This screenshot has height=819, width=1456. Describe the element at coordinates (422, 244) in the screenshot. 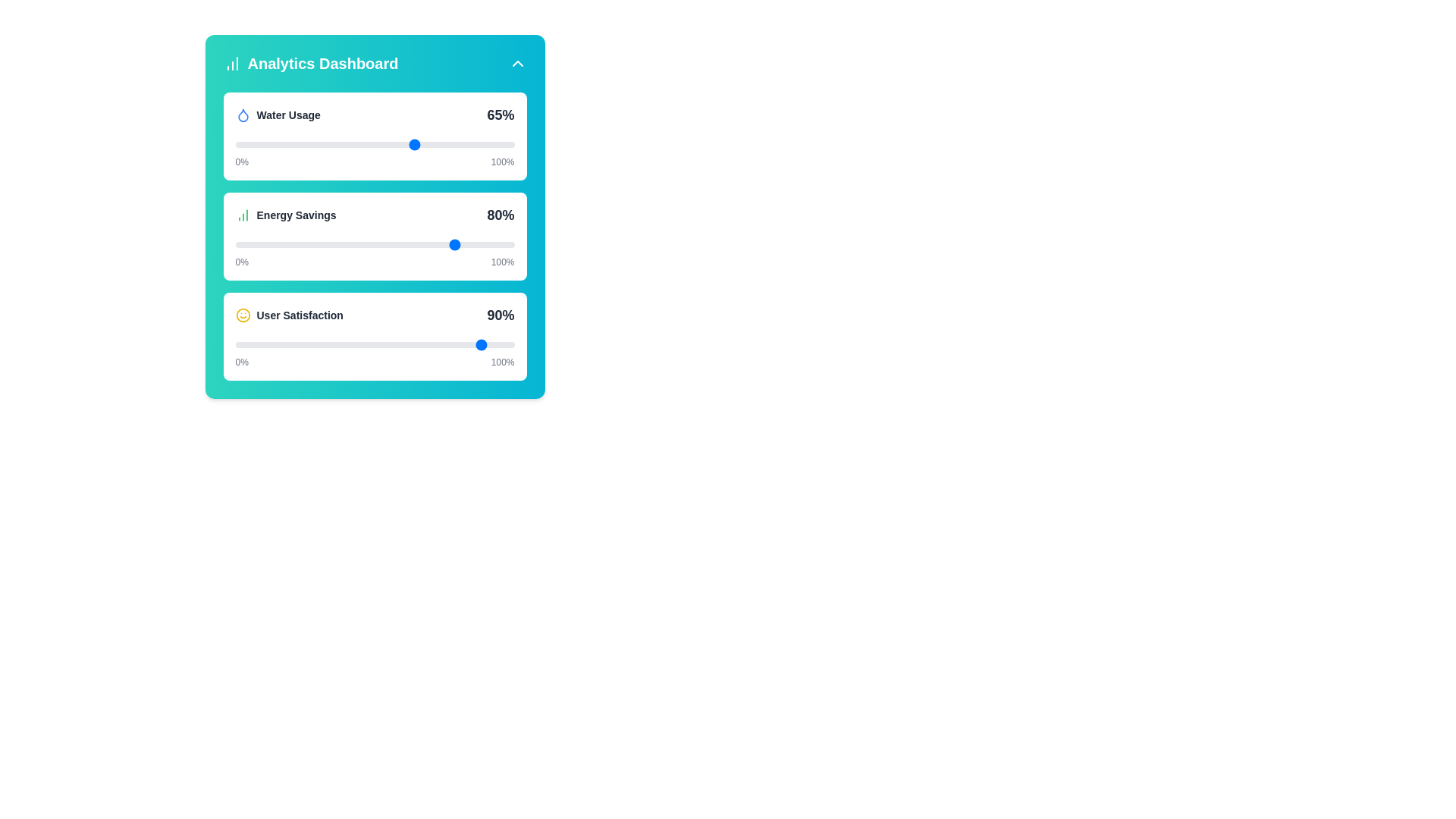

I see `energy savings` at that location.